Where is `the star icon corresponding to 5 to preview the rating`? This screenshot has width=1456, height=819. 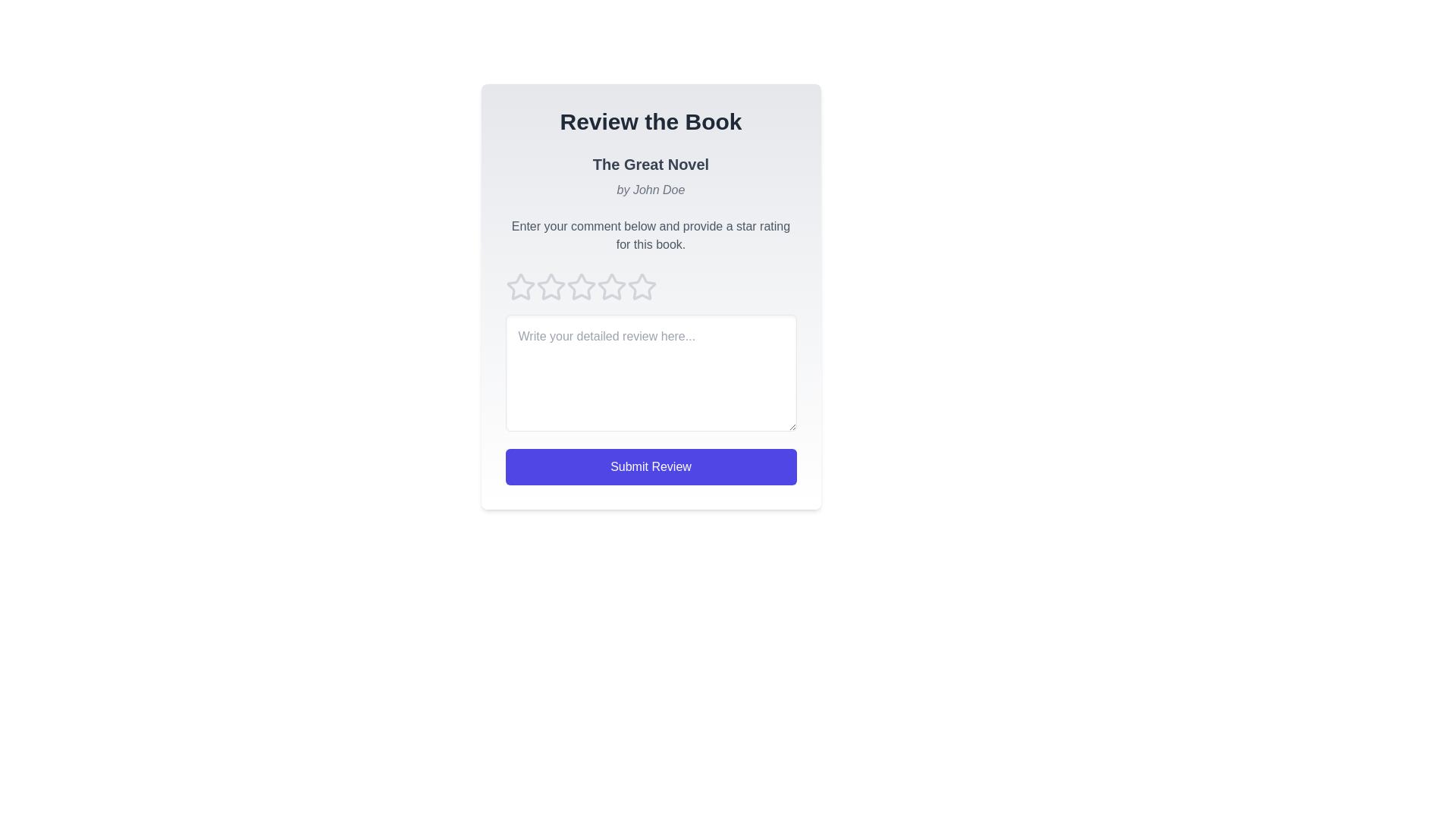 the star icon corresponding to 5 to preview the rating is located at coordinates (642, 287).